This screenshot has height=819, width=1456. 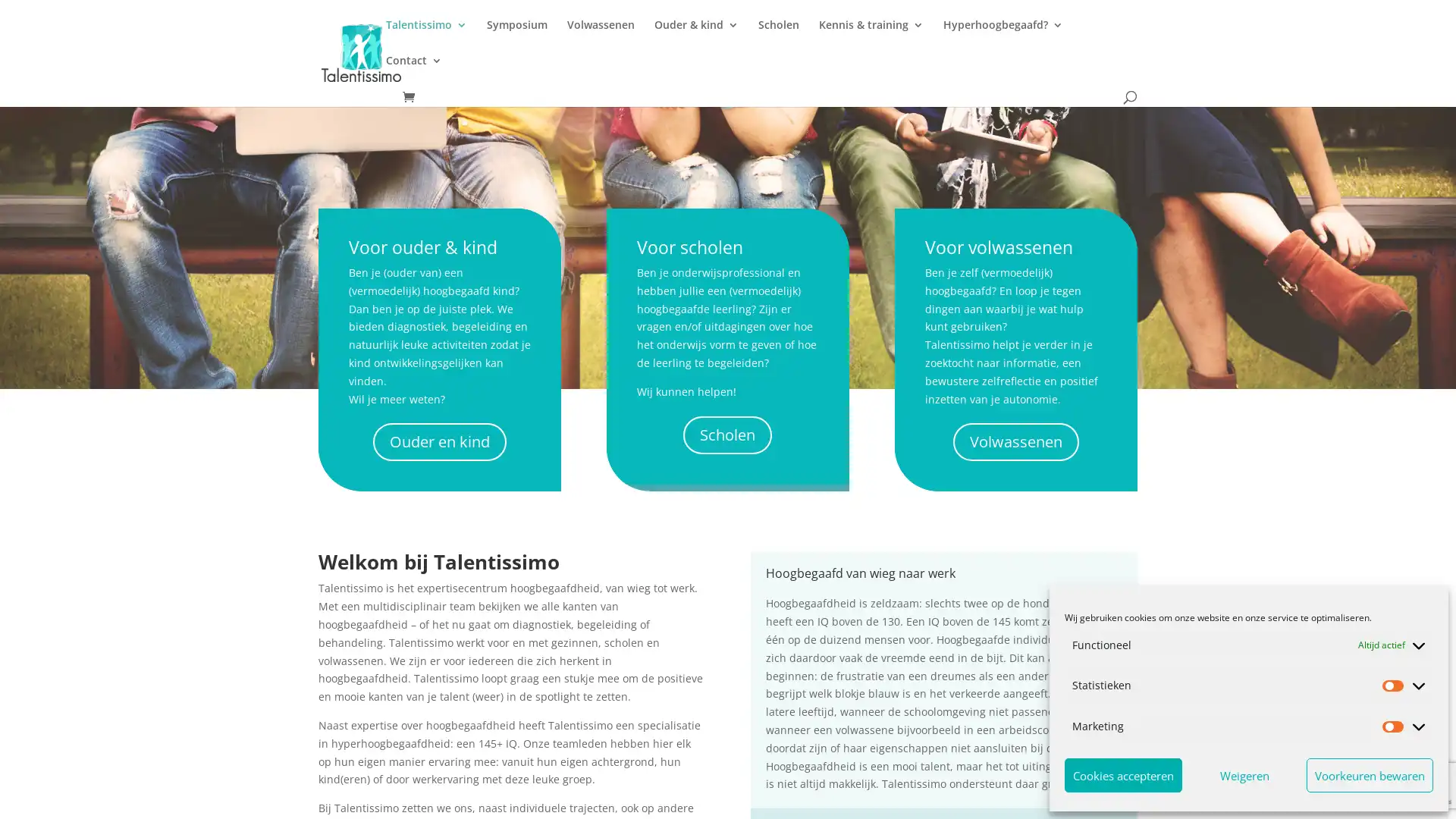 I want to click on Voorkeuren bewaren, so click(x=1370, y=775).